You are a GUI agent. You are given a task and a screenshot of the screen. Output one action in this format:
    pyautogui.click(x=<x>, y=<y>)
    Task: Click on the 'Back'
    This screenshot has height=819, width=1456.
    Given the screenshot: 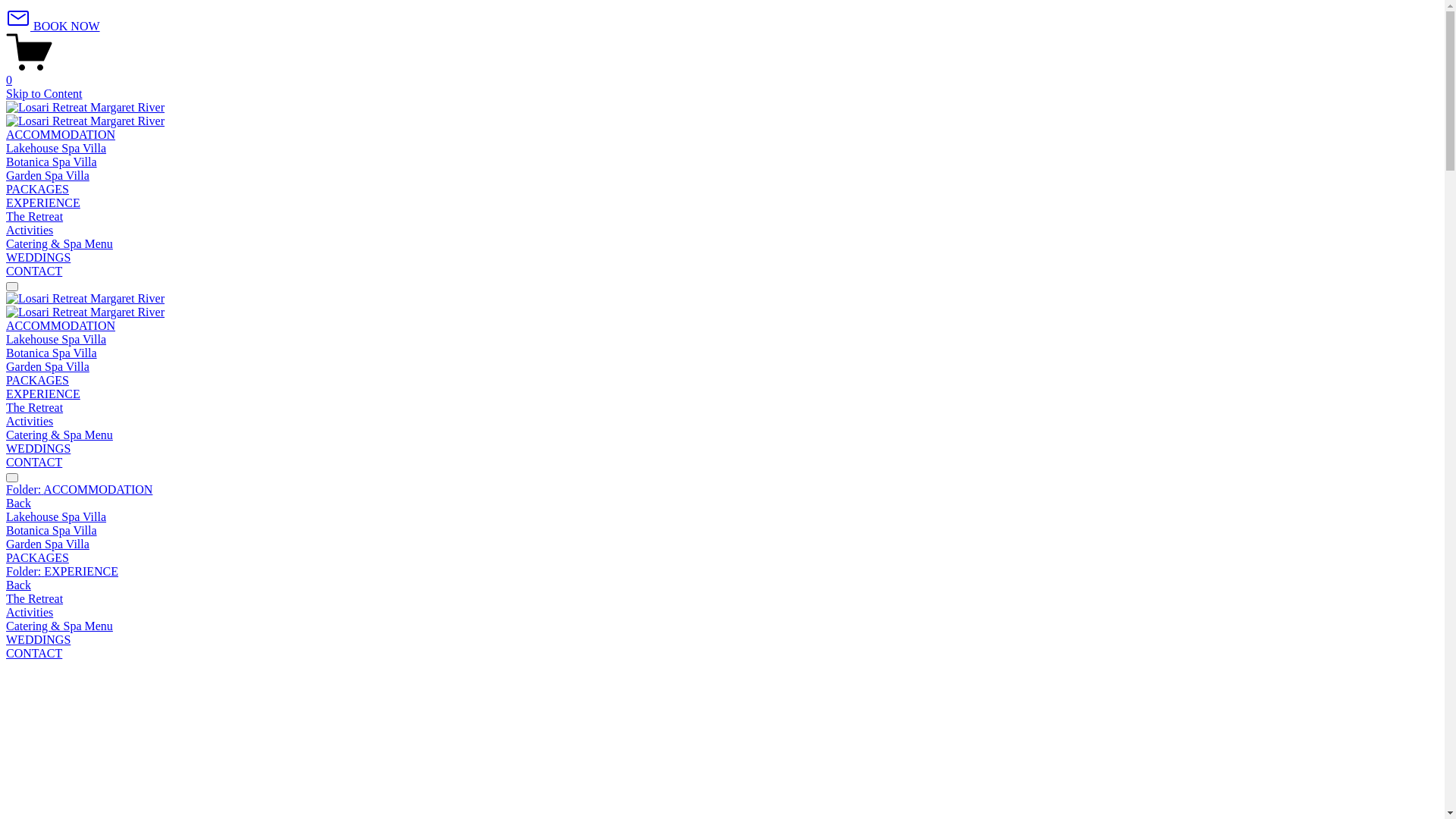 What is the action you would take?
    pyautogui.click(x=18, y=503)
    